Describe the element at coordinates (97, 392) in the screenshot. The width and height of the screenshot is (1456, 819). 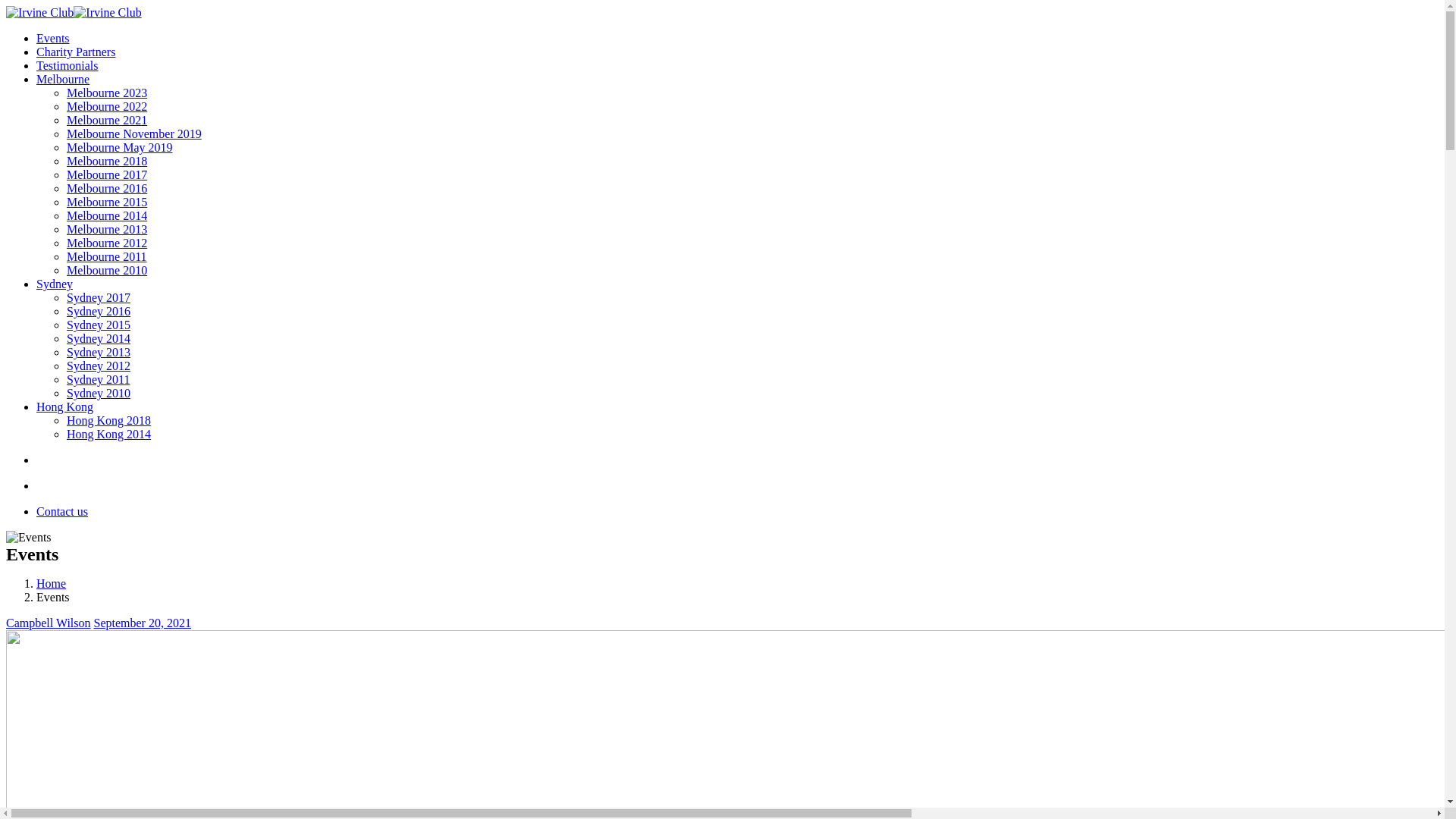
I see `'Sydney 2010'` at that location.